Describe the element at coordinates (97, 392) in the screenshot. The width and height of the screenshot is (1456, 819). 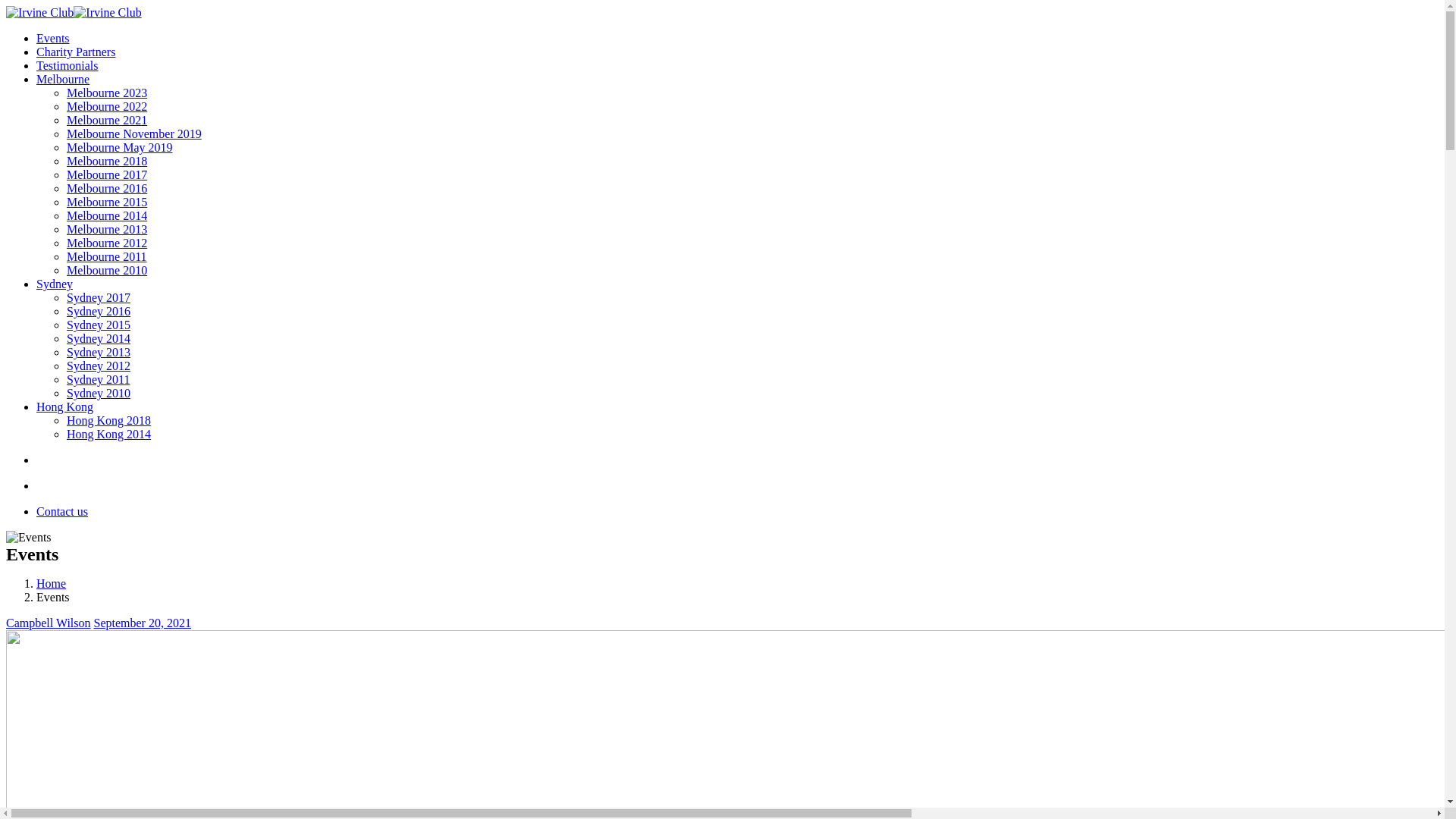
I see `'Sydney 2010'` at that location.